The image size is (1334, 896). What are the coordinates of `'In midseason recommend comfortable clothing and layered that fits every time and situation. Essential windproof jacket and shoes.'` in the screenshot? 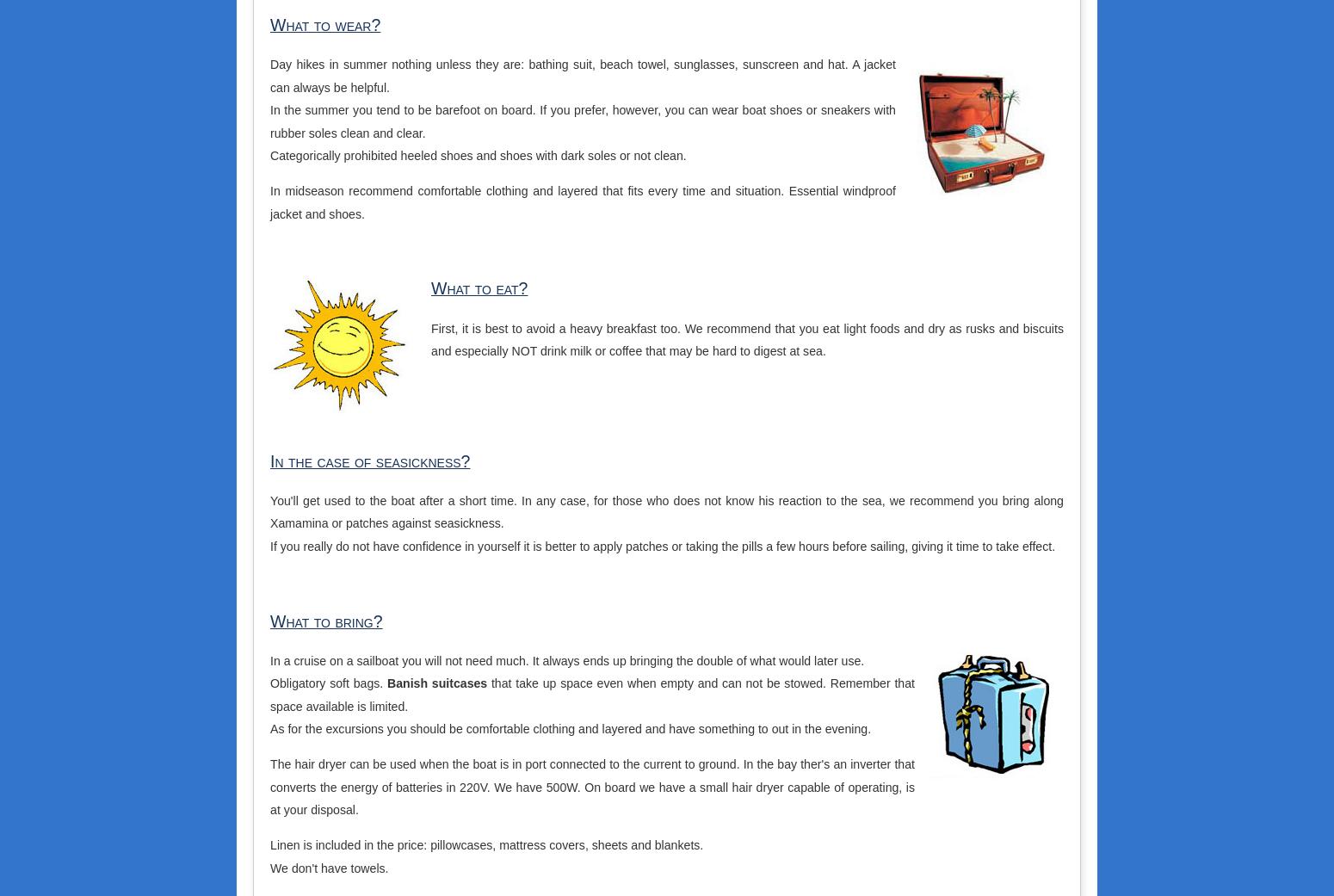 It's located at (582, 201).